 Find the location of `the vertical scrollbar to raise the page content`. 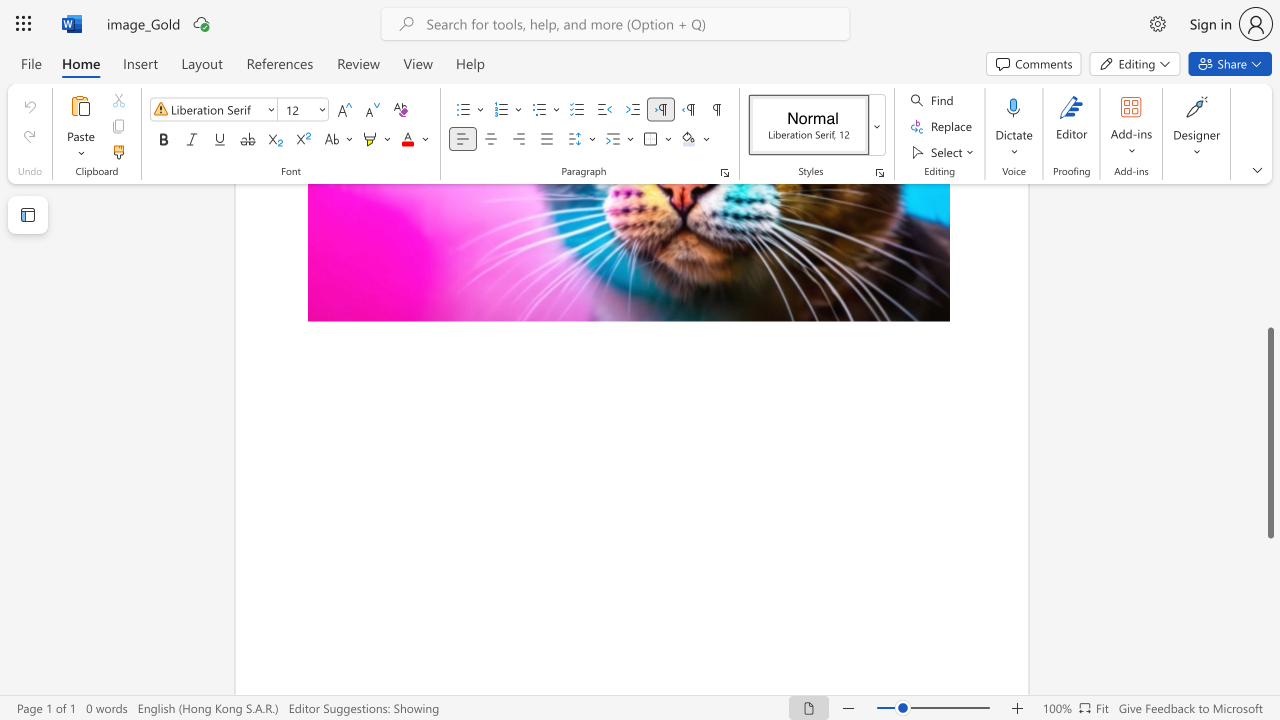

the vertical scrollbar to raise the page content is located at coordinates (1269, 290).